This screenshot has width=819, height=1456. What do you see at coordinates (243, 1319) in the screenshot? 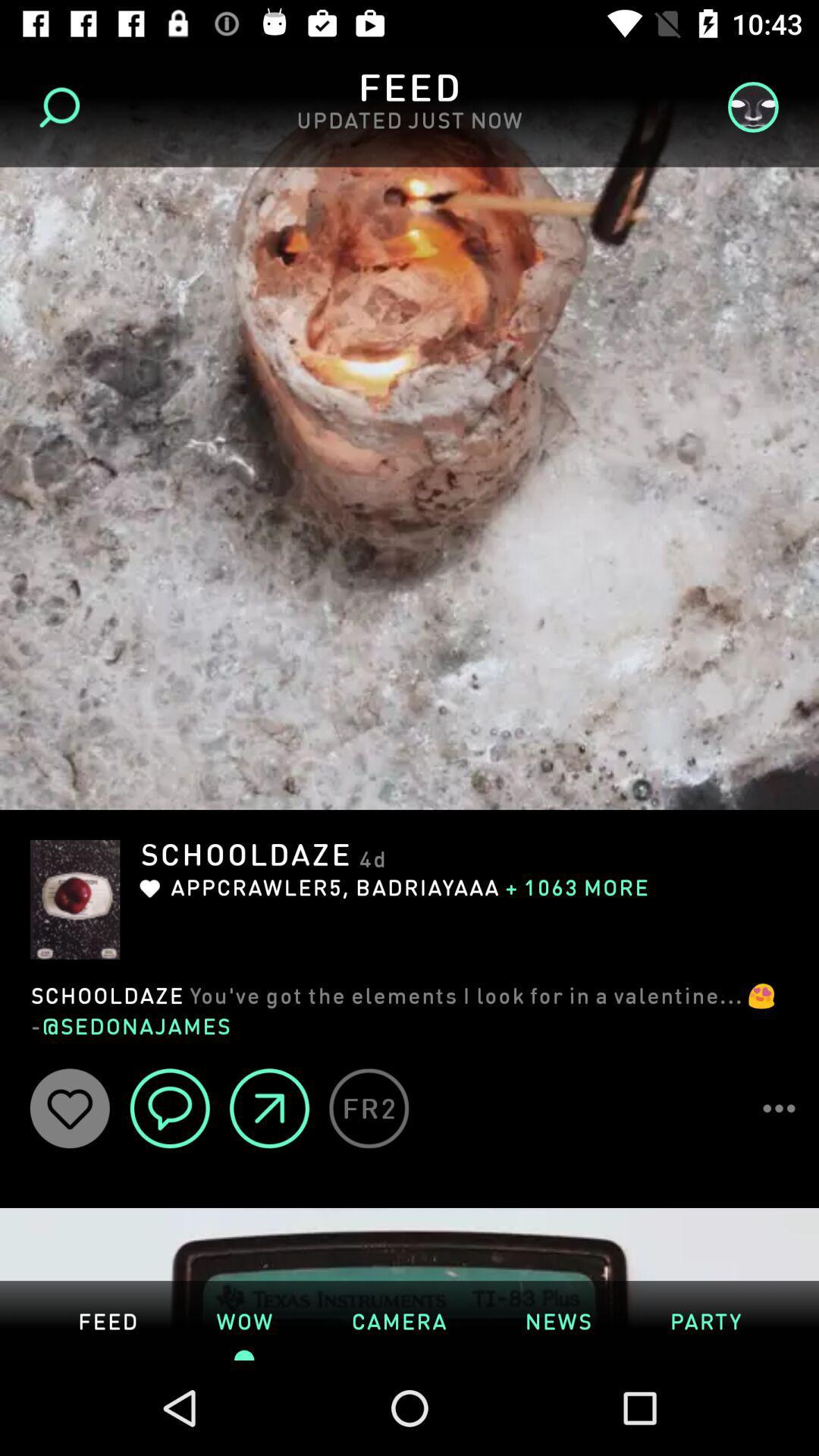
I see `wow` at bounding box center [243, 1319].